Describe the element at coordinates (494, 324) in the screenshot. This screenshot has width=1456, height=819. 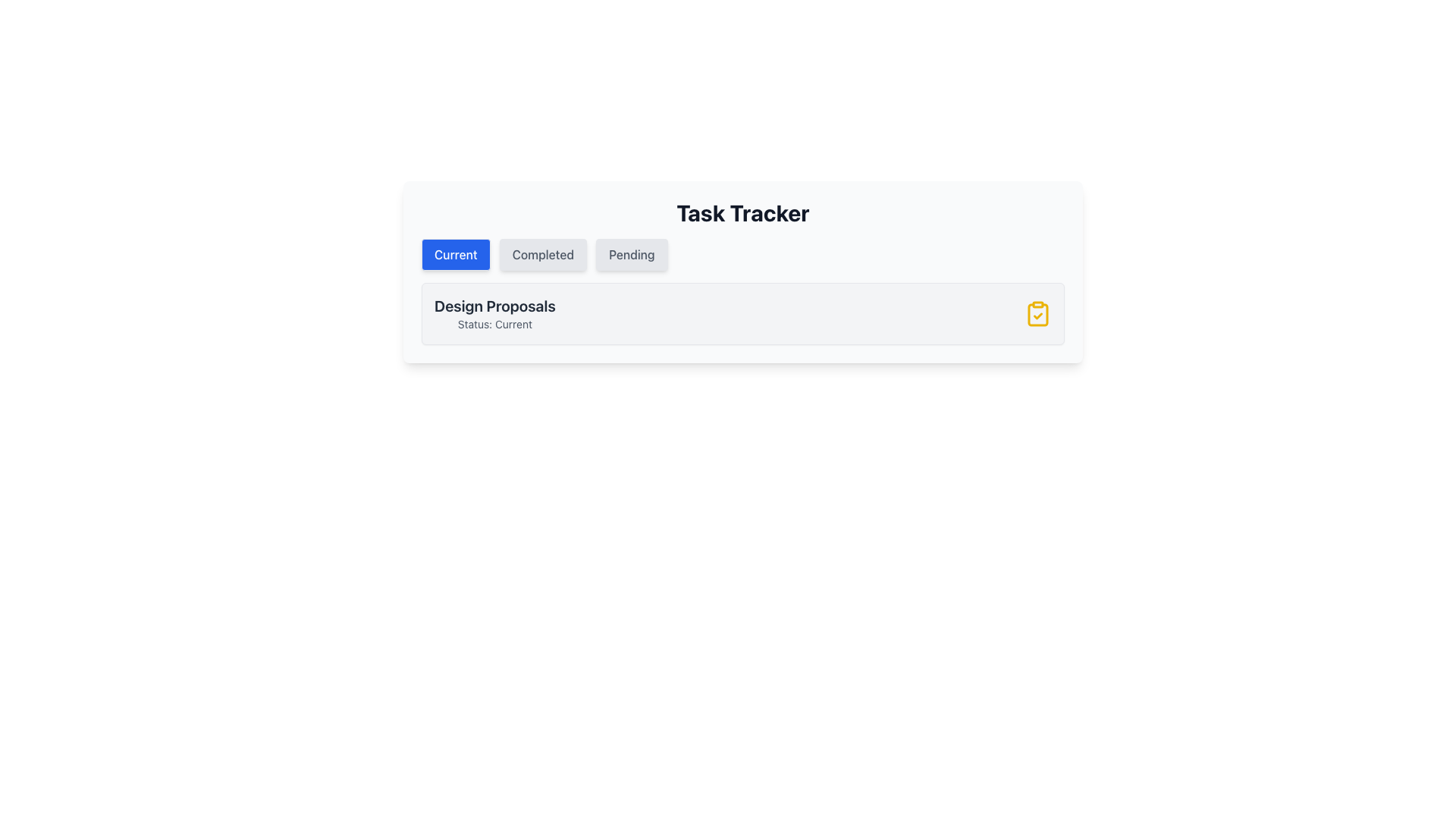
I see `the static text label that displays the current status of the associated task or project, located directly below the 'Design Proposals' text` at that location.